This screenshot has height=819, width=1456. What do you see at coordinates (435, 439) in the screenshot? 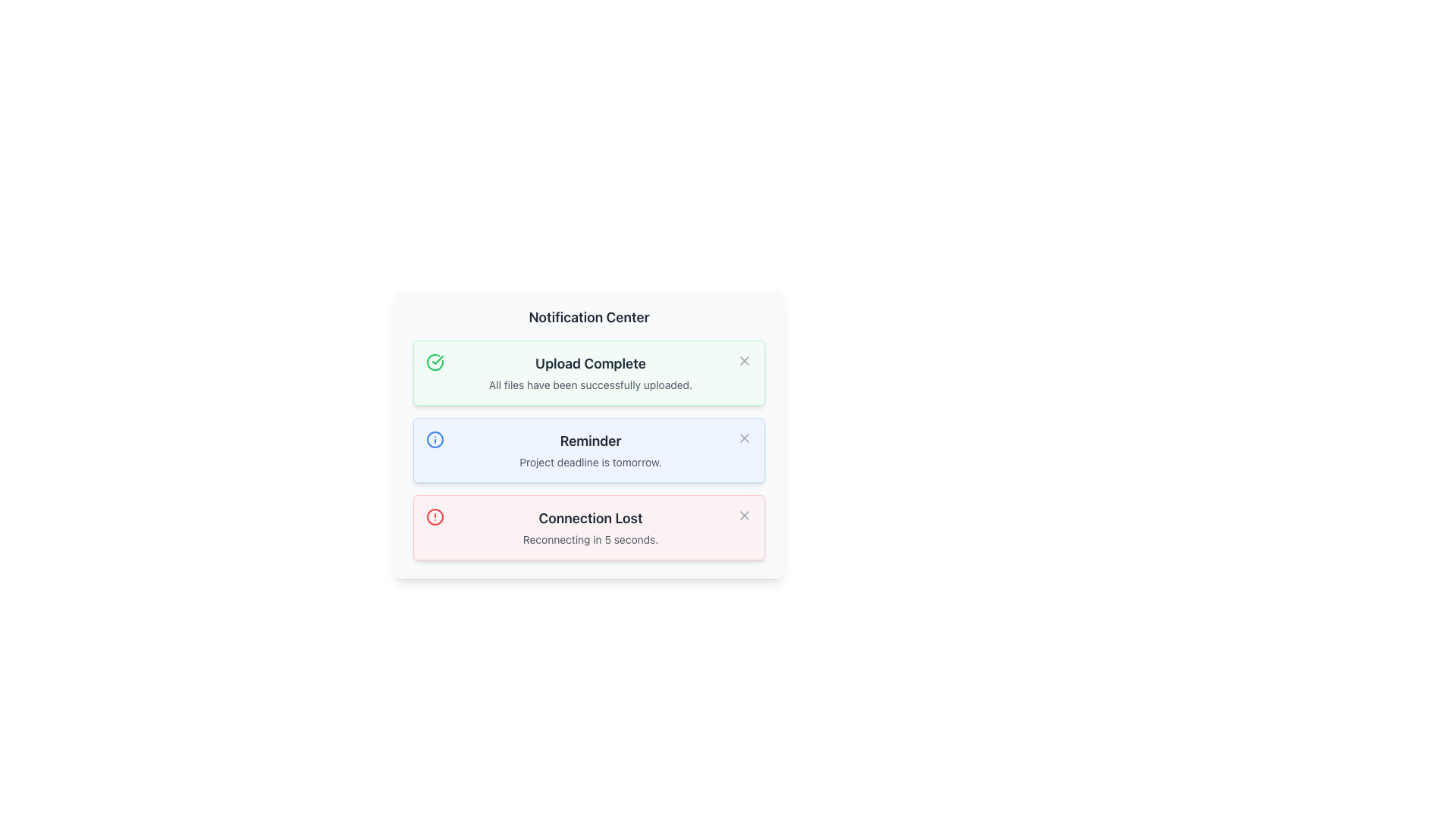
I see `the central circular part of the 'info' icon, which is styled in blue and located next to the 'Reminder' notification section` at bounding box center [435, 439].